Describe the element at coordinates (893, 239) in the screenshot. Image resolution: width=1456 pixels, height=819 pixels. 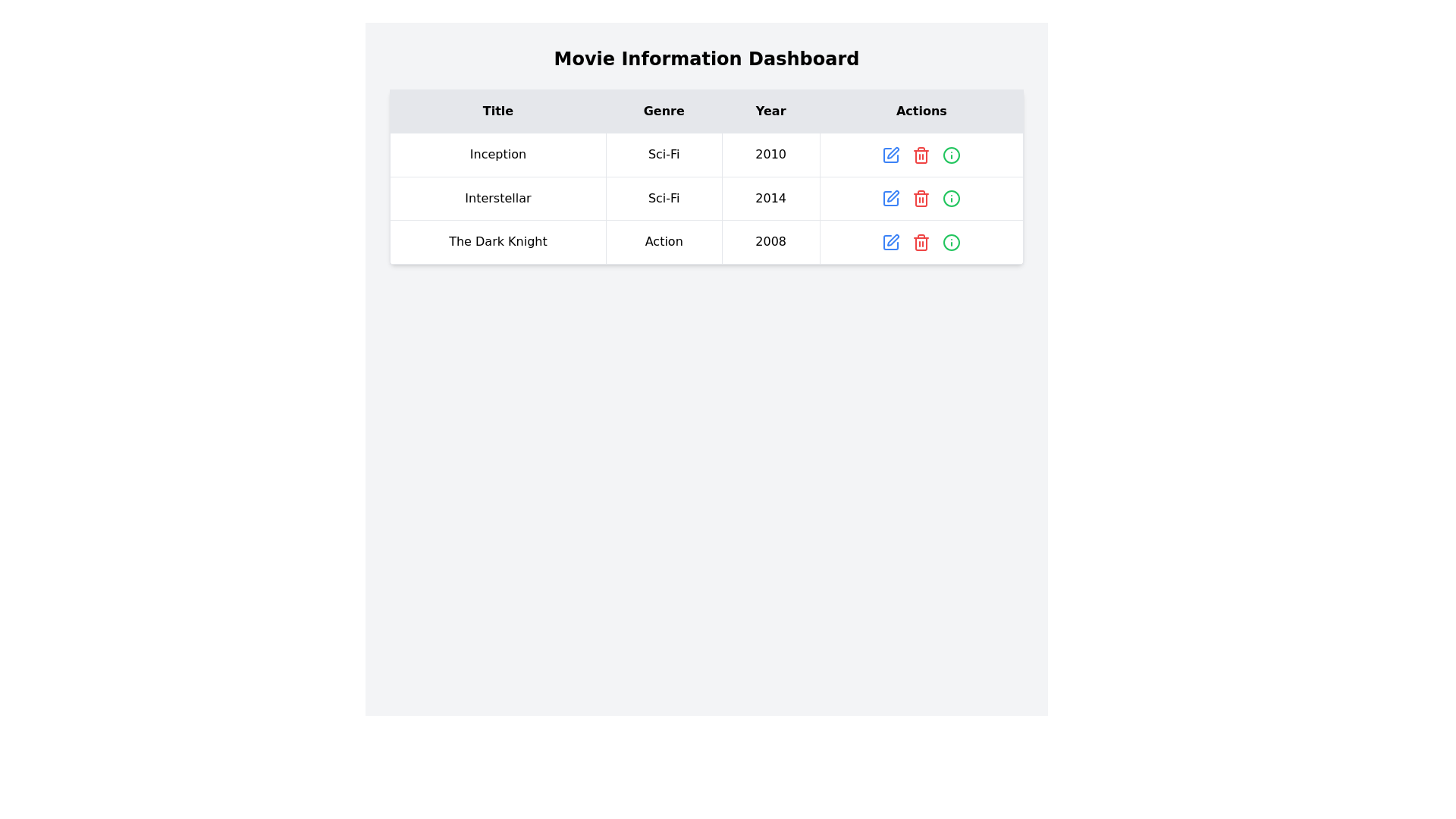
I see `the edit icon in the 'Actions' column of the third row of the table` at that location.